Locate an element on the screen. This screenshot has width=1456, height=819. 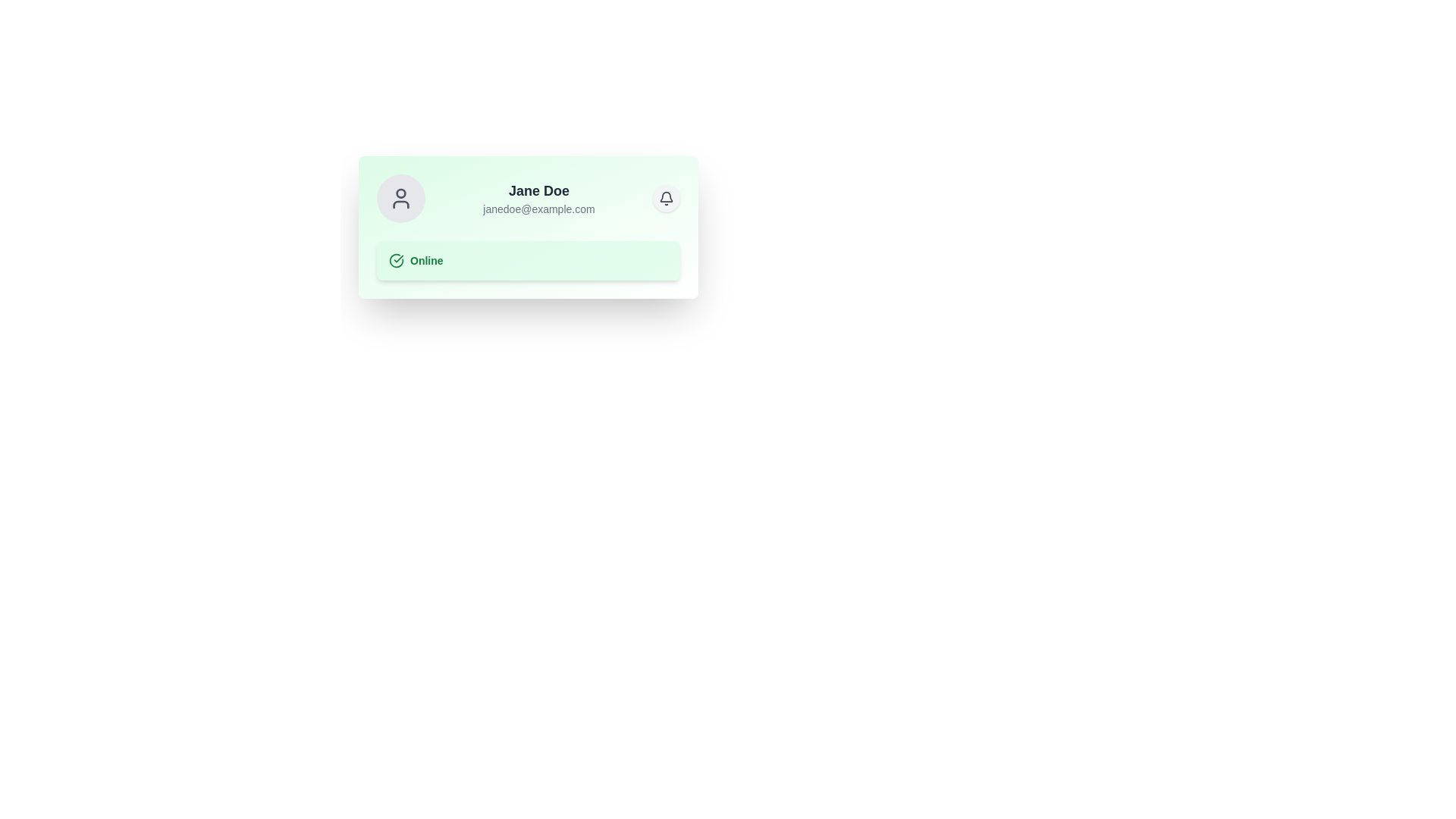
the static text label displaying the user's name, located at the center-top of the profile card, above the email address is located at coordinates (538, 190).